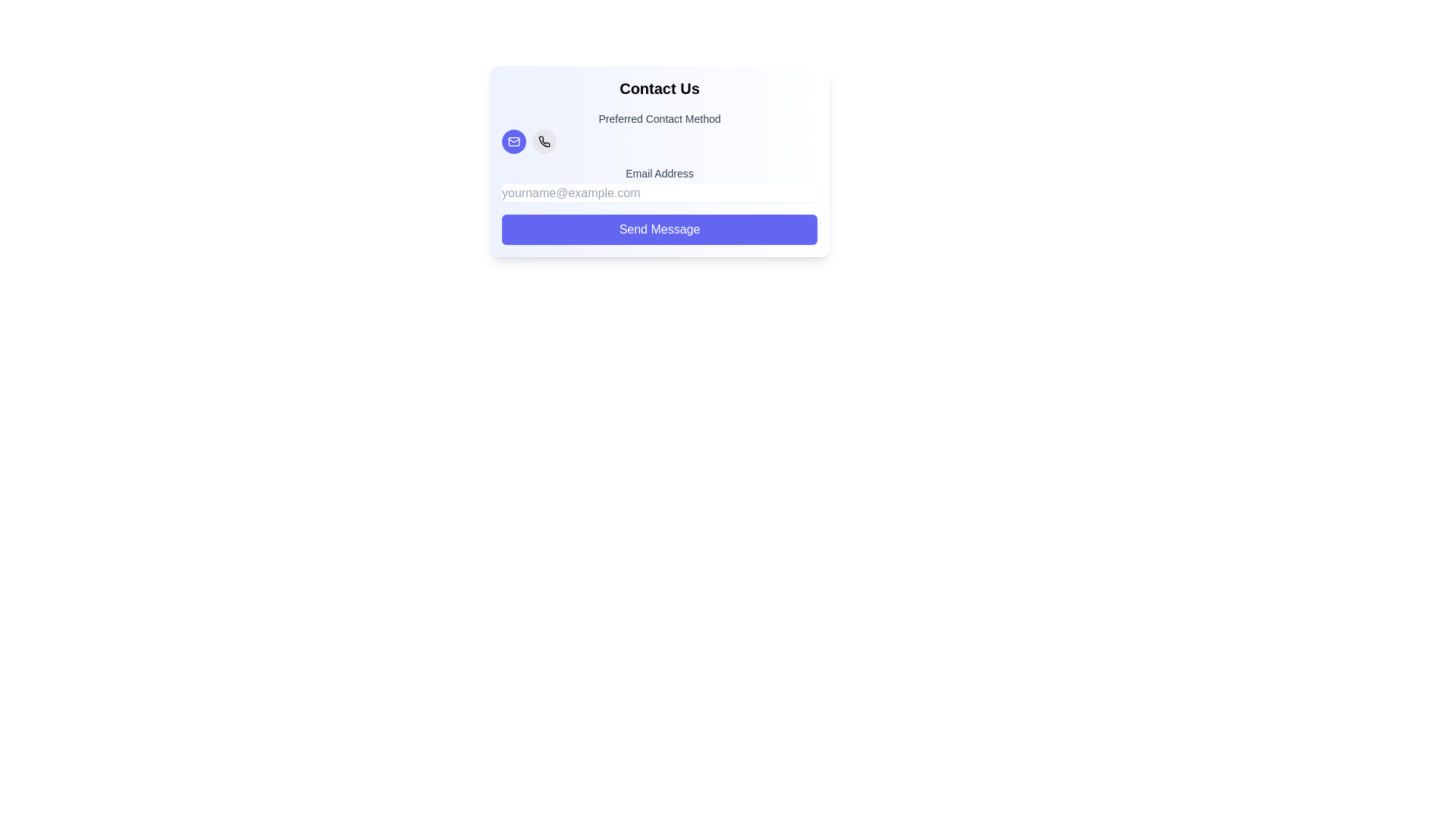 This screenshot has width=1456, height=819. I want to click on the phone icon, which features a curved handle-like structure and is located in the 'Preferred Contact Method' section, adjacent to the email icon, so click(544, 141).